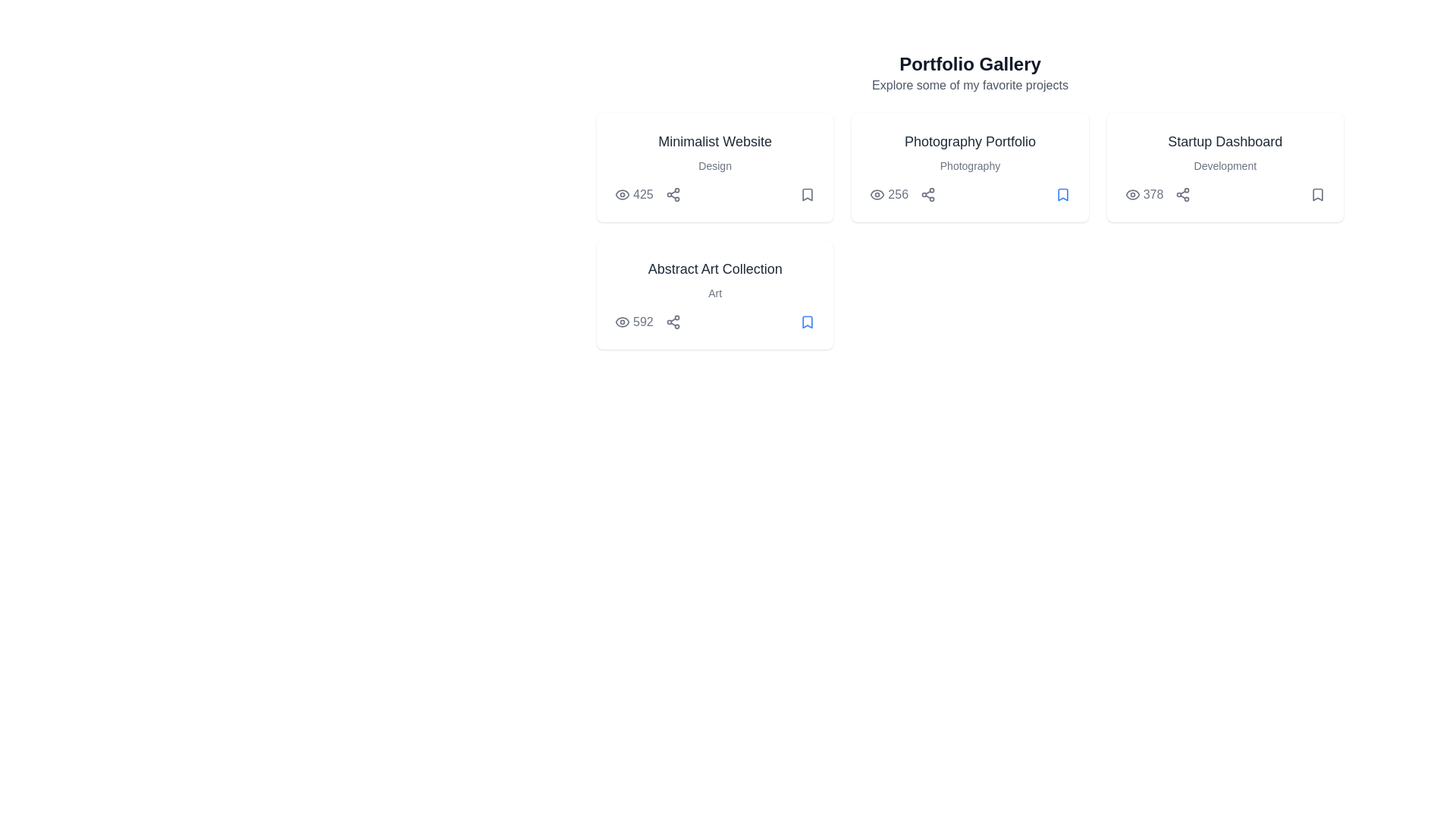 This screenshot has height=819, width=1456. I want to click on the text label displaying 'Development' located in the card titled 'Startup Dashboard' in the top-right section of the grid interface, so click(1225, 166).